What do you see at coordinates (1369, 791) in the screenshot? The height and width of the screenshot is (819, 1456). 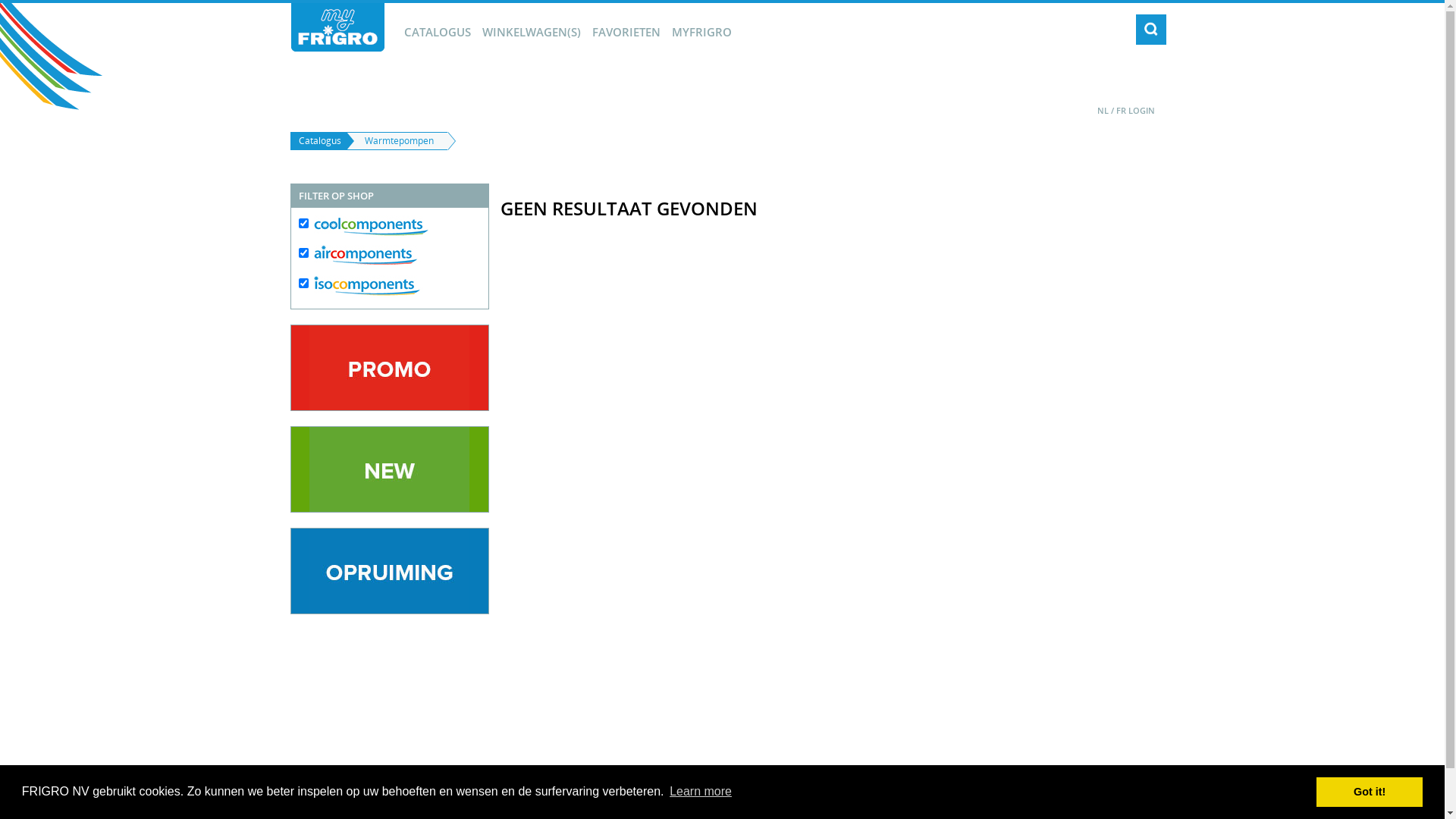 I see `'Got it!'` at bounding box center [1369, 791].